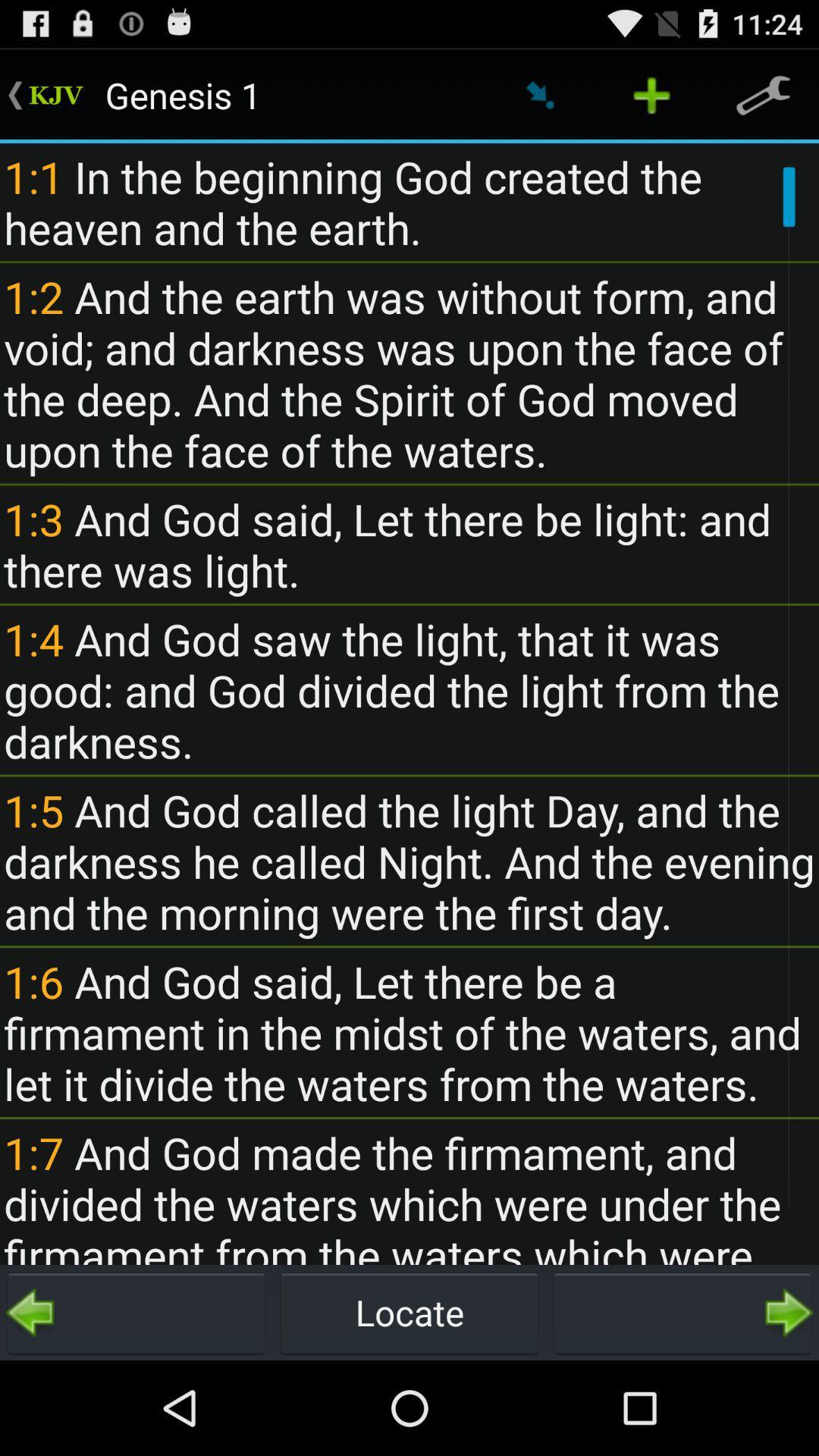 This screenshot has width=819, height=1456. What do you see at coordinates (136, 1312) in the screenshot?
I see `button at the bottom left corner` at bounding box center [136, 1312].